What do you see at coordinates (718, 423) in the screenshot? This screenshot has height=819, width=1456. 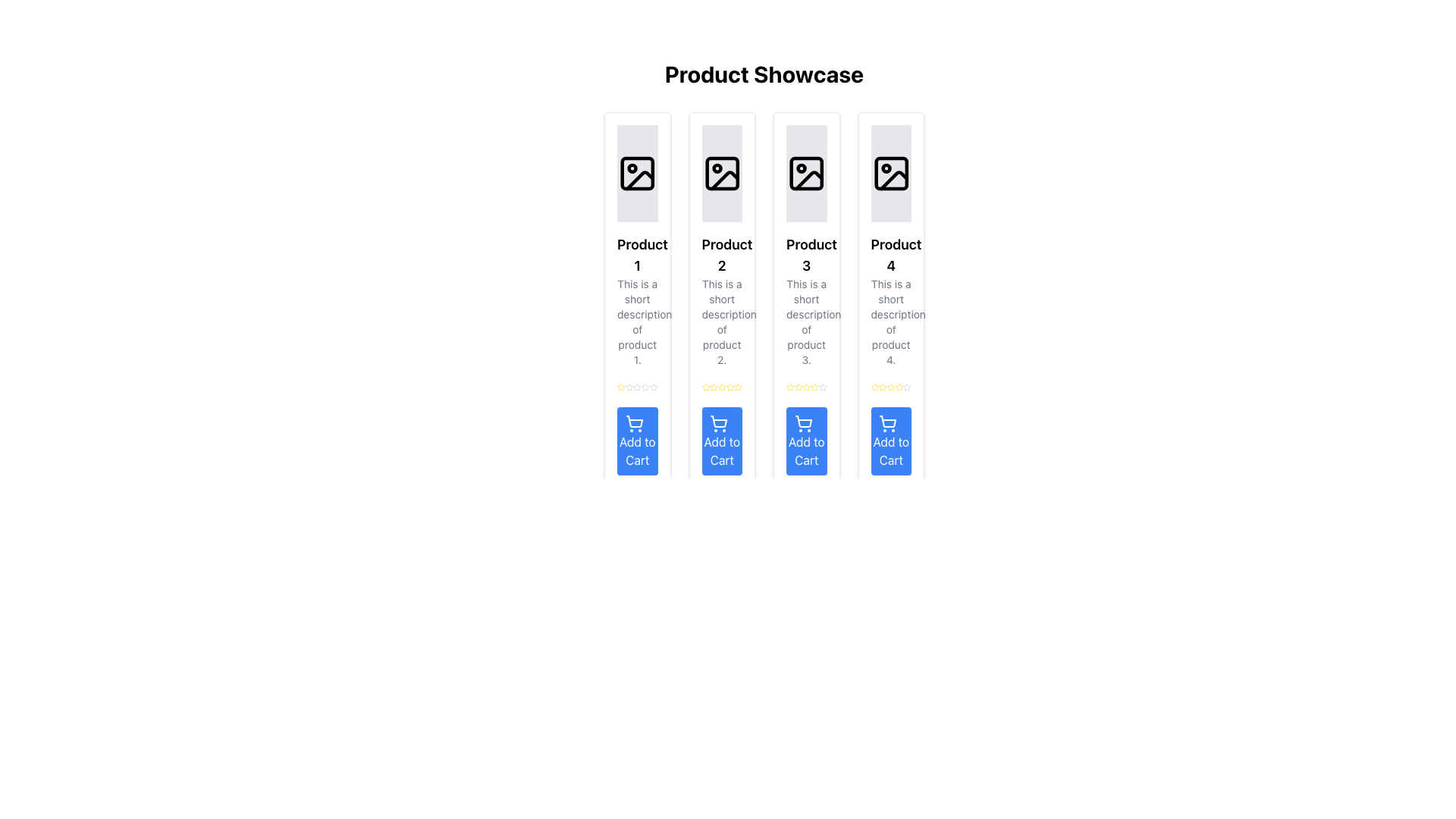 I see `the shopping cart icon located within the 'Add to Cart' button of the third product card in the grid` at bounding box center [718, 423].